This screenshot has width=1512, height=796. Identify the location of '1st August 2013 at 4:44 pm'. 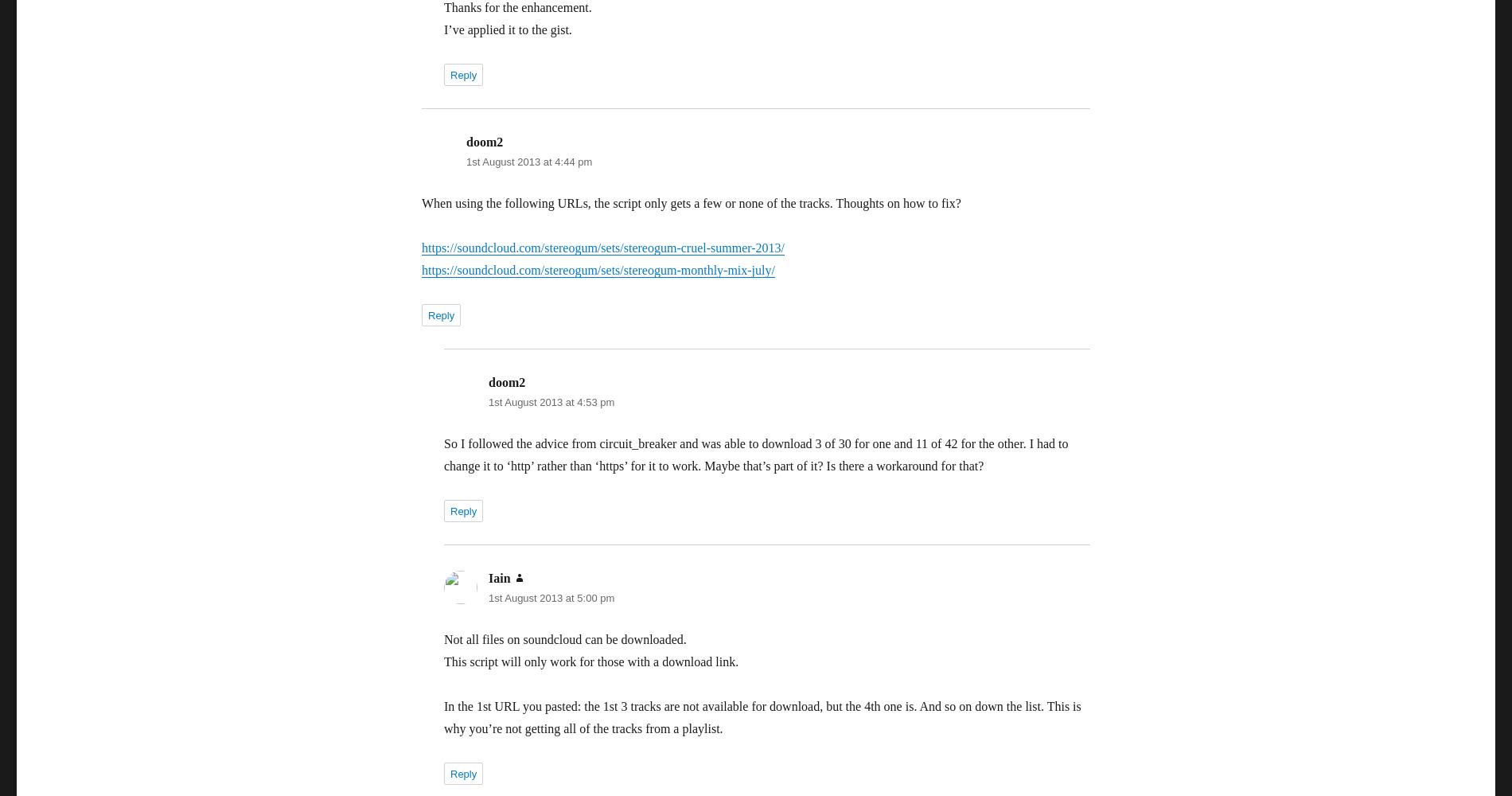
(529, 161).